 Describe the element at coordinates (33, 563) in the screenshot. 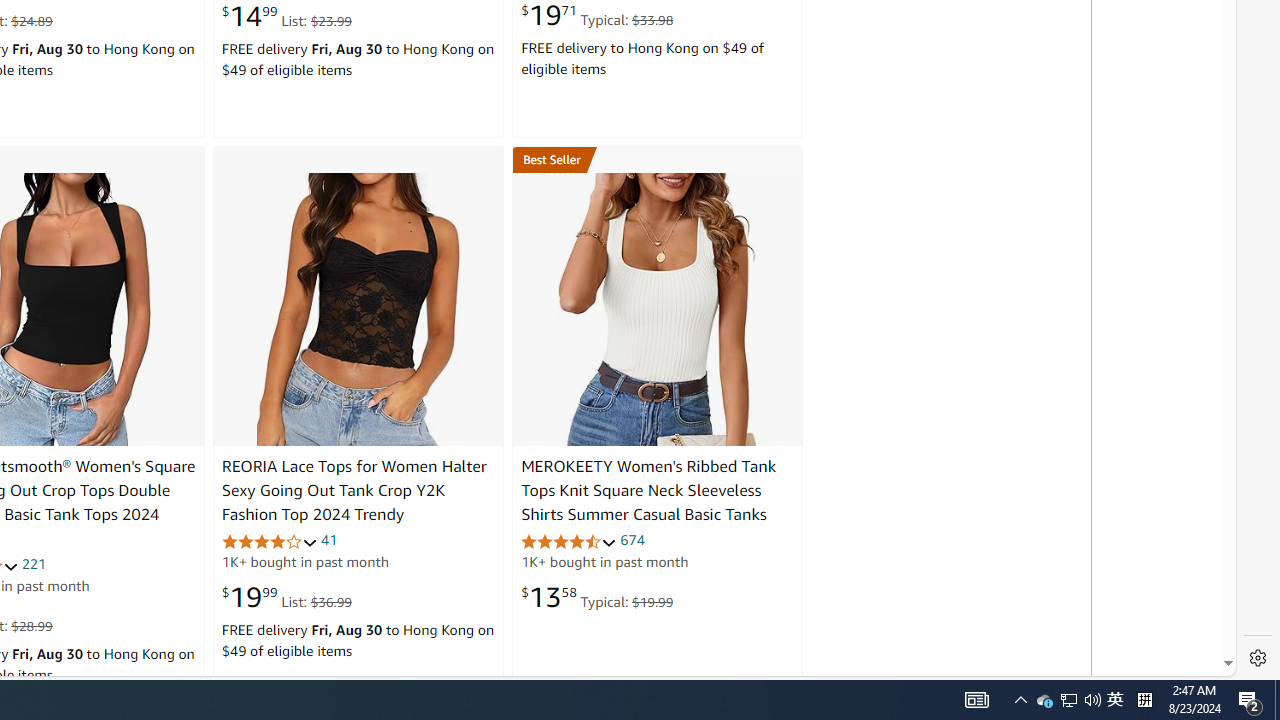

I see `'221'` at that location.